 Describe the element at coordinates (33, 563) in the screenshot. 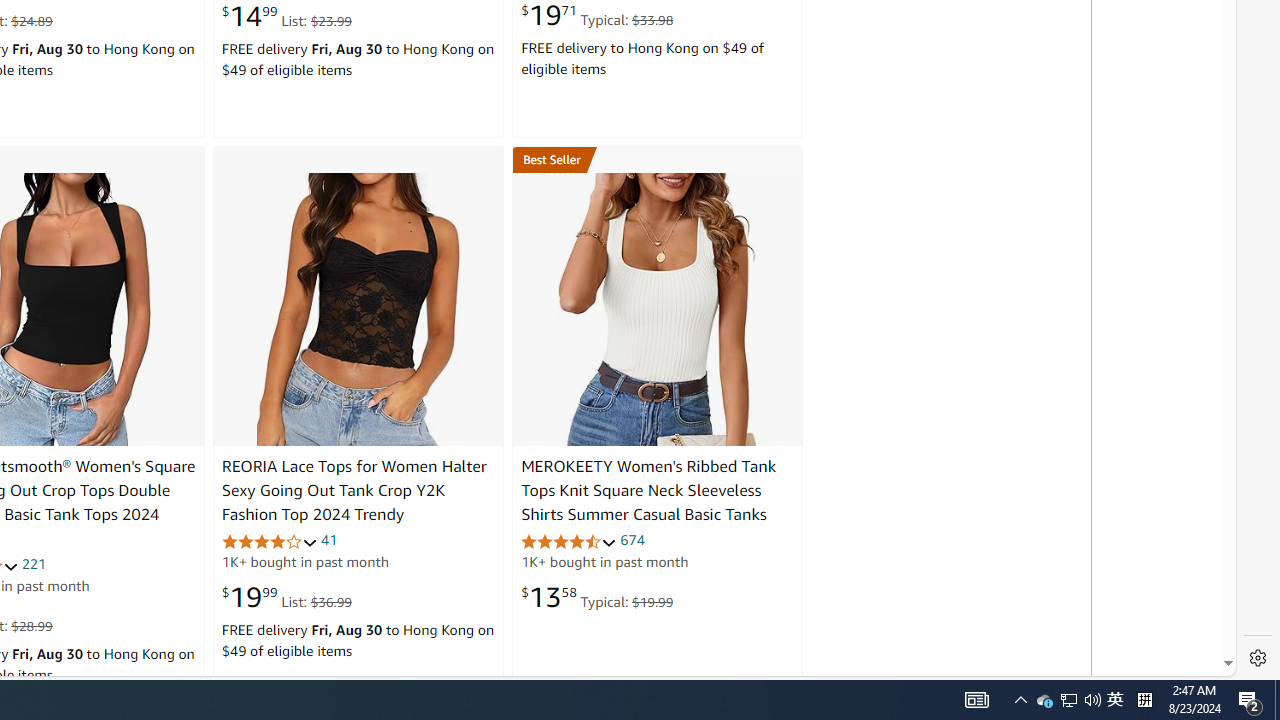

I see `'221'` at that location.